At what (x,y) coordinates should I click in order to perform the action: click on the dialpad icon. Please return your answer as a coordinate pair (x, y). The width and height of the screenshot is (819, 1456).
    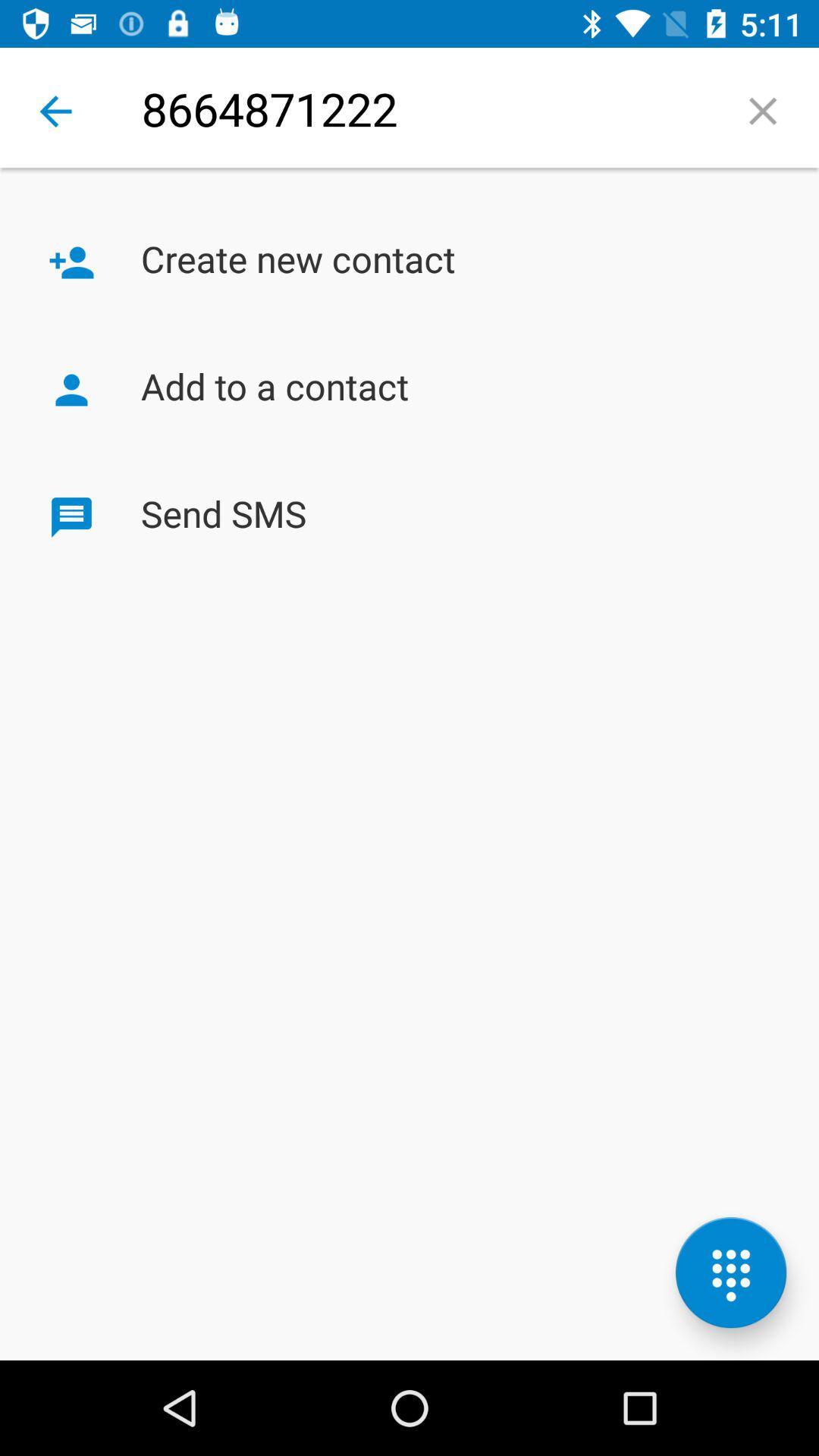
    Looking at the image, I should click on (730, 1272).